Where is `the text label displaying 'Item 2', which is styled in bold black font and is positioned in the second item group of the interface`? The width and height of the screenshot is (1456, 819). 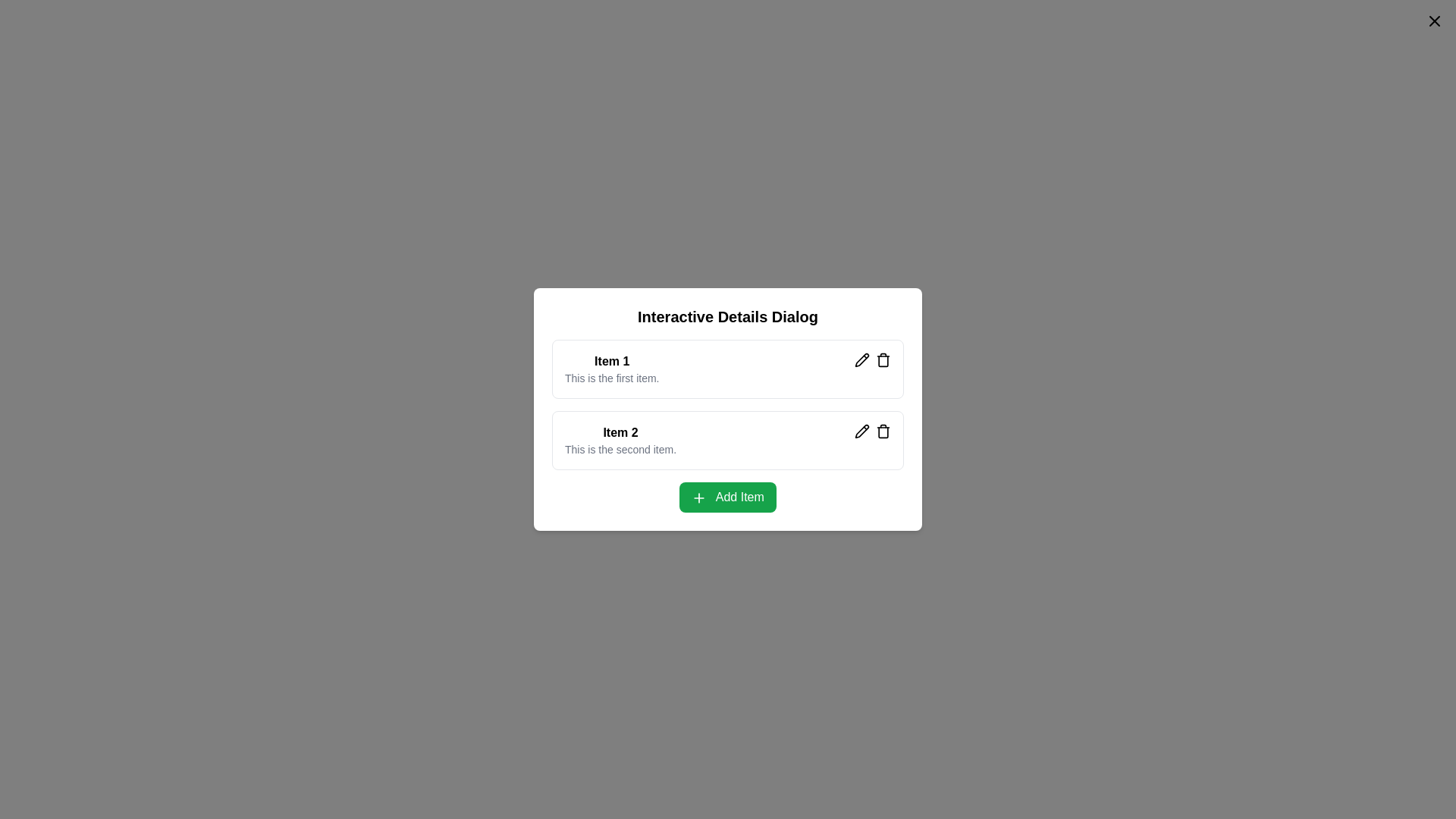 the text label displaying 'Item 2', which is styled in bold black font and is positioned in the second item group of the interface is located at coordinates (620, 432).